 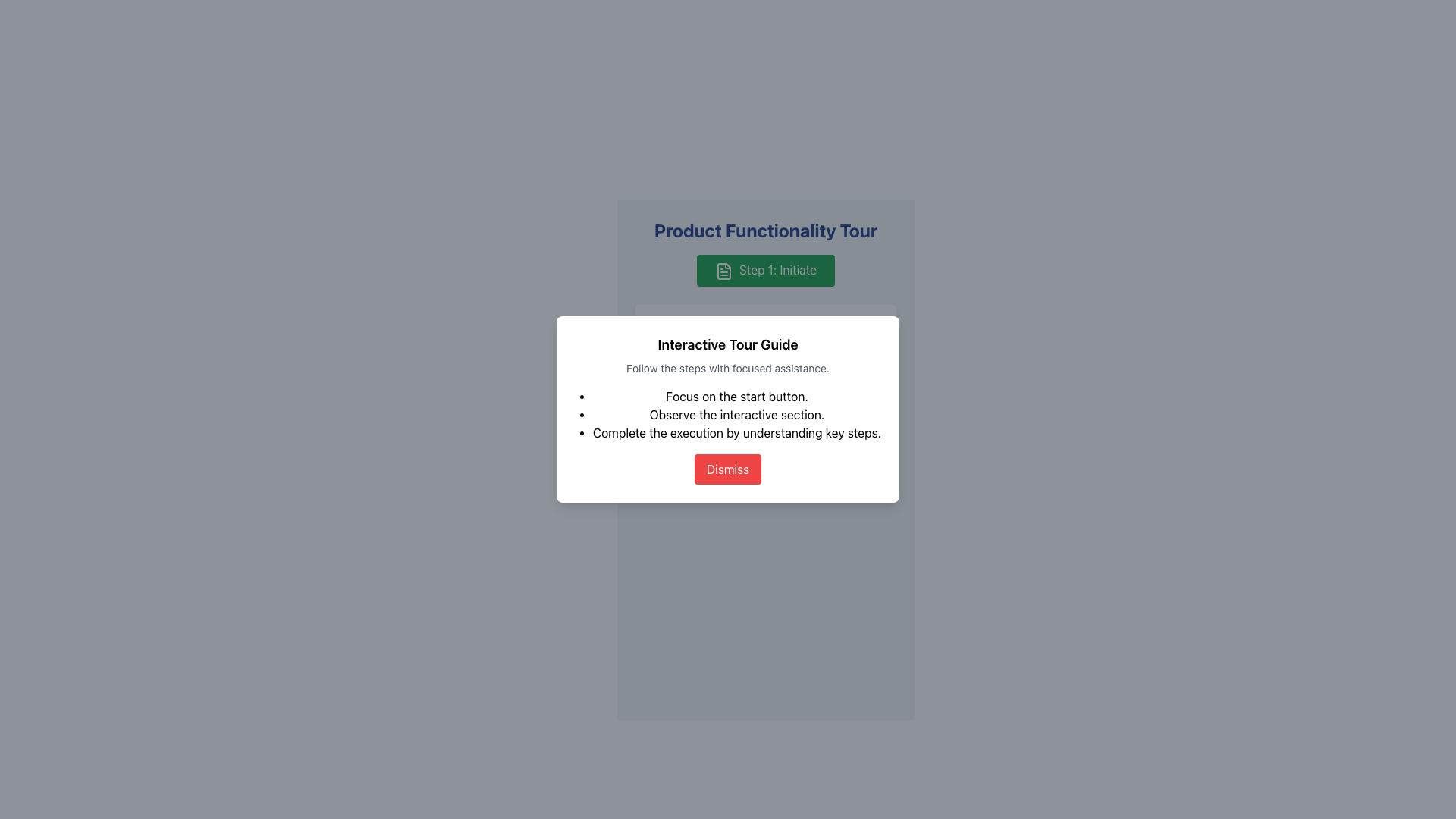 What do you see at coordinates (723, 270) in the screenshot?
I see `the document icon located to the left of the text 'Step 1: Initiate' within the green rectangular button to identify the button functionality` at bounding box center [723, 270].